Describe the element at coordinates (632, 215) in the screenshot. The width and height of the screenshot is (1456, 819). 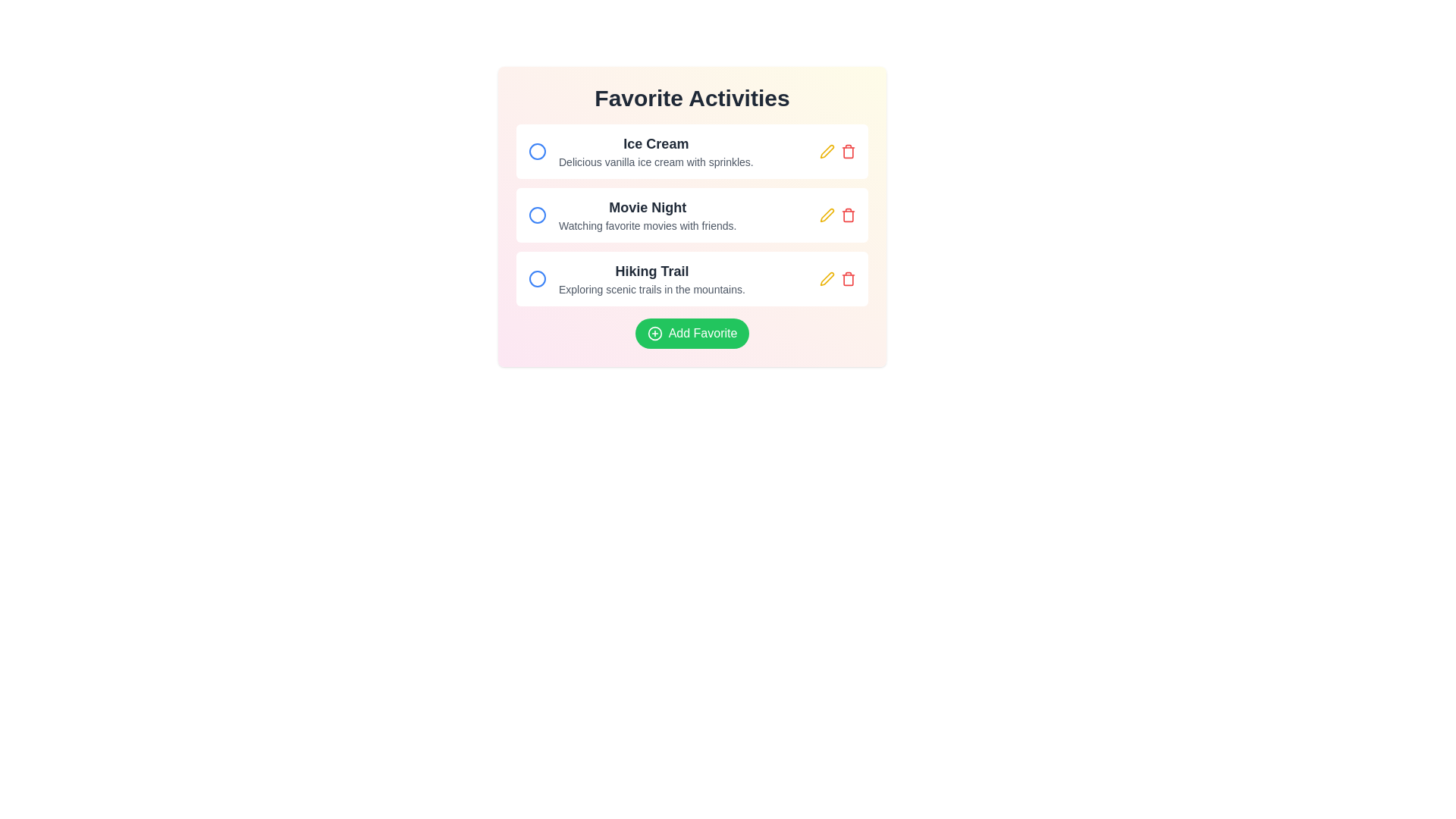
I see `the 'Movie Night' list item, which features a bold title and a description below it, positioned between 'Ice Cream' and 'Hiking Trail' in a vertical list` at that location.